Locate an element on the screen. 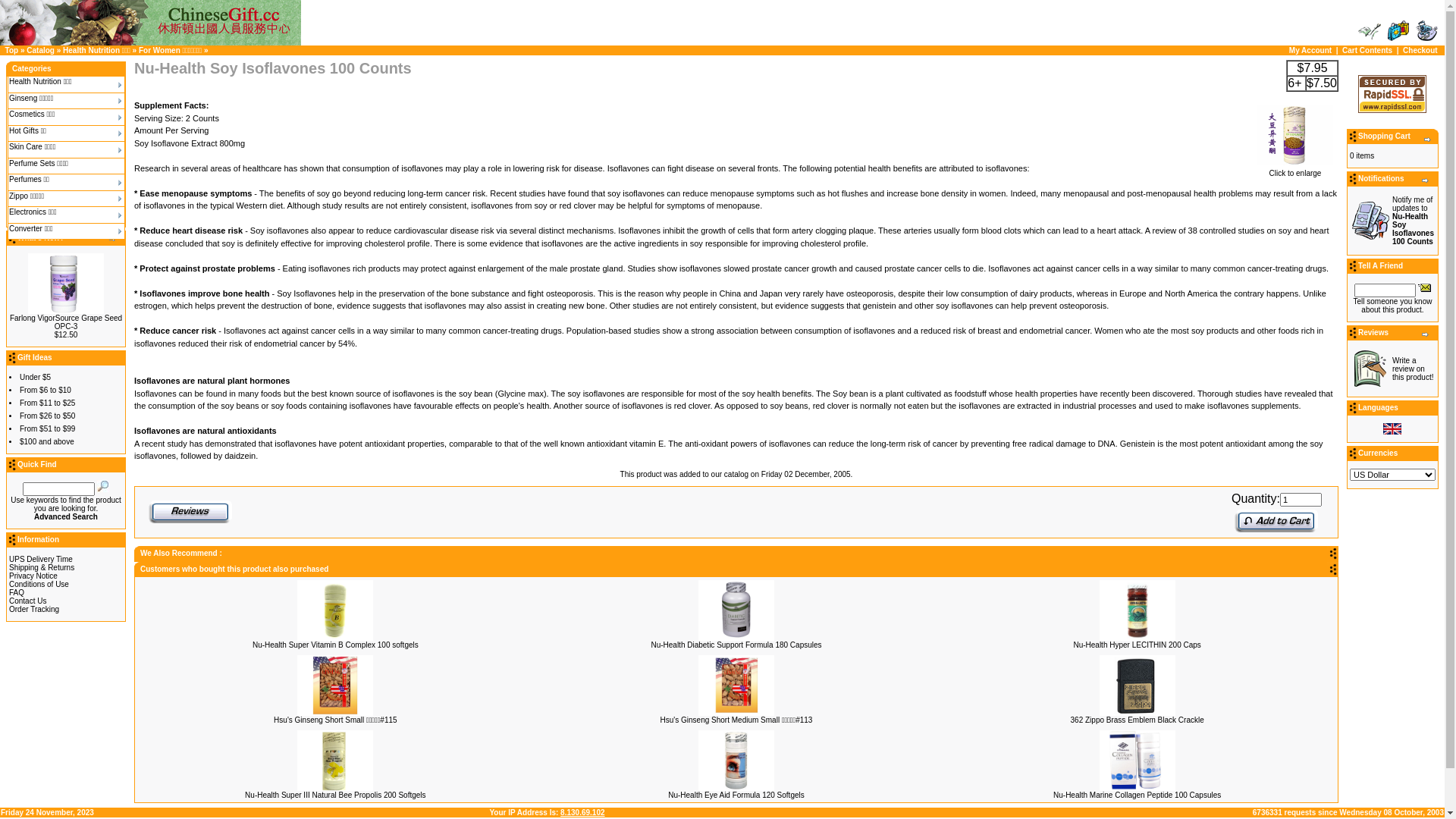 The height and width of the screenshot is (819, 1456). 'From $6 to $10' is located at coordinates (45, 389).